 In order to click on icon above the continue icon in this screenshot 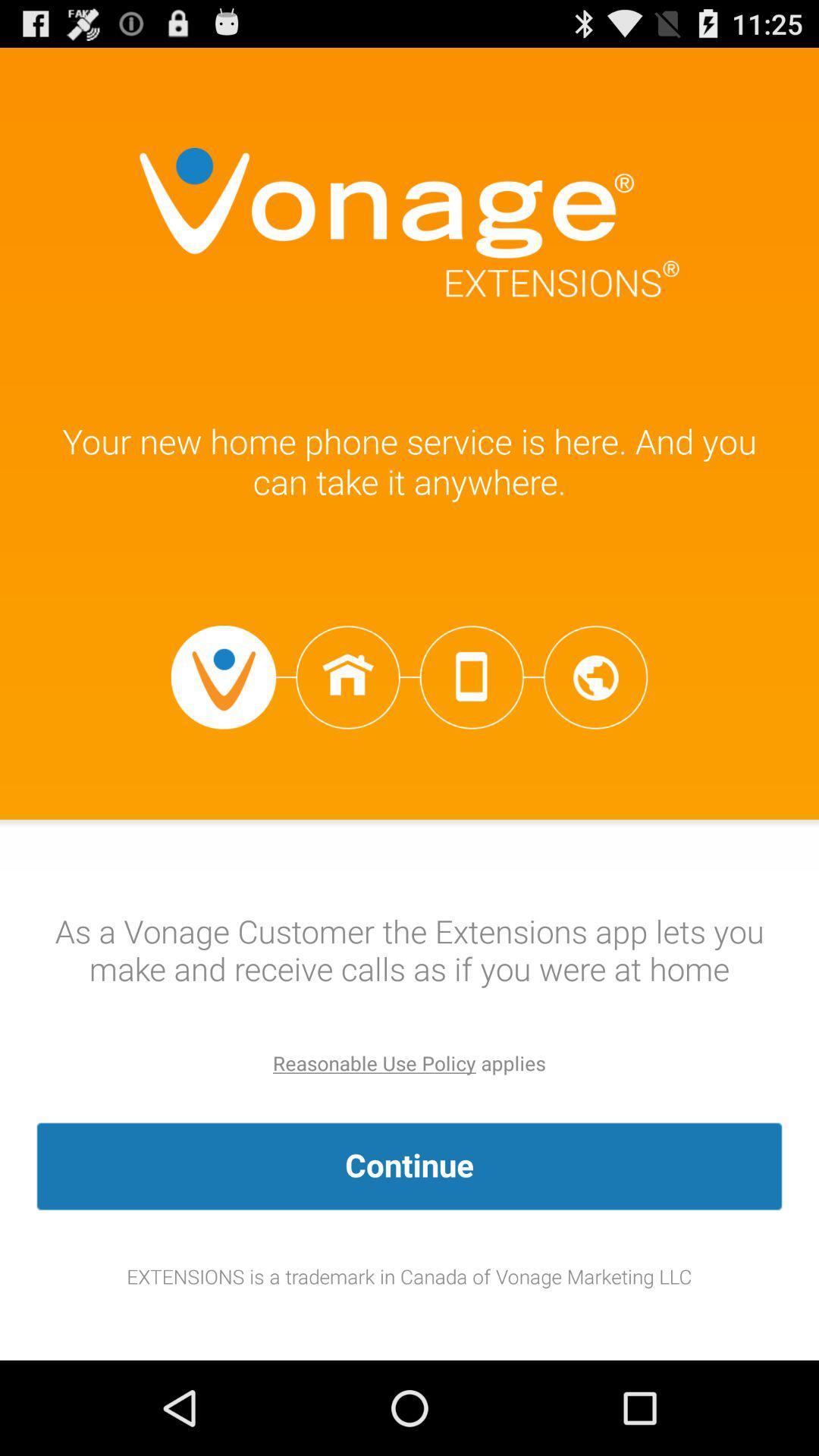, I will do `click(374, 1062)`.